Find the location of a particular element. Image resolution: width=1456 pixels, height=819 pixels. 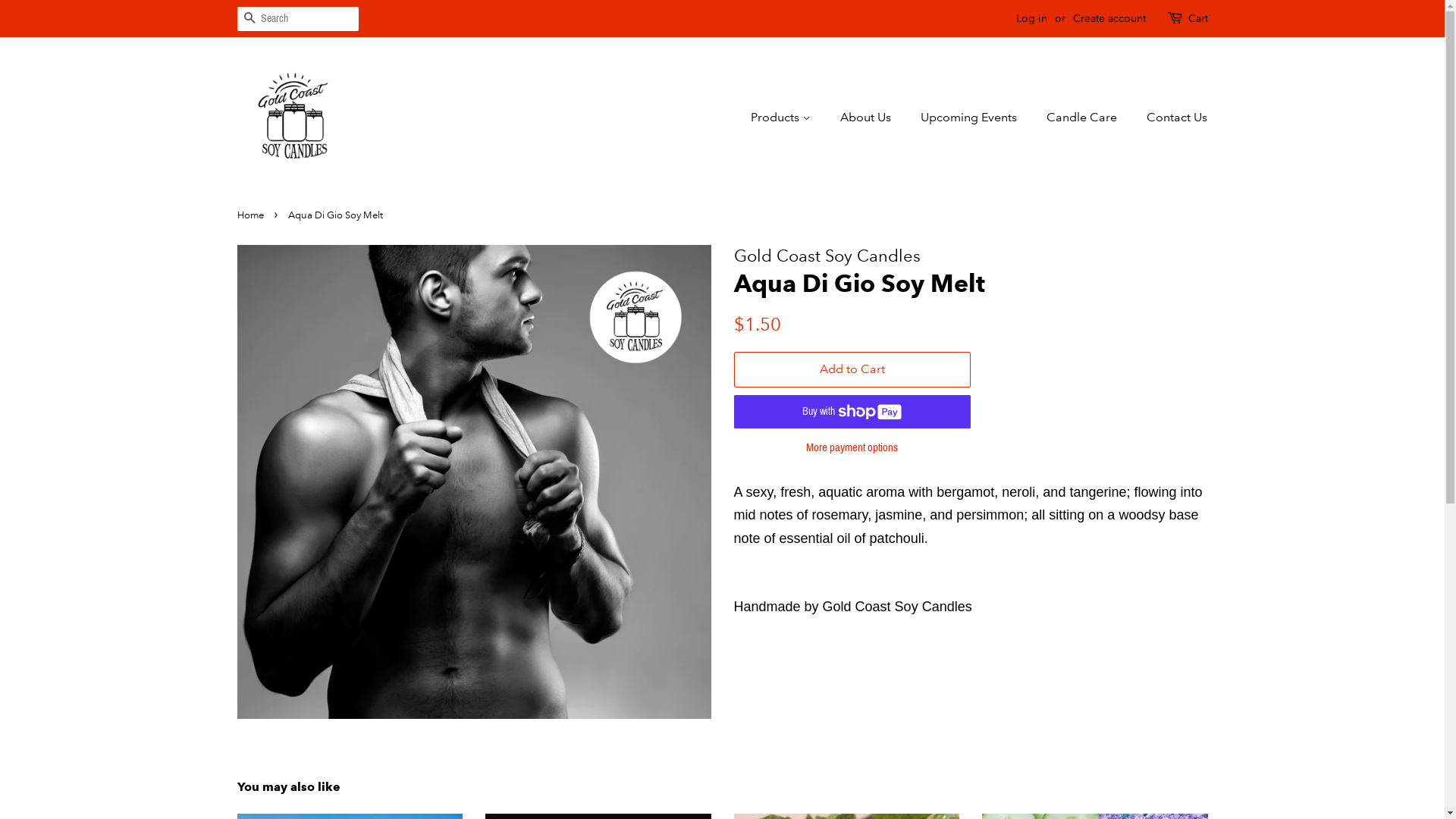

'Products' is located at coordinates (788, 116).